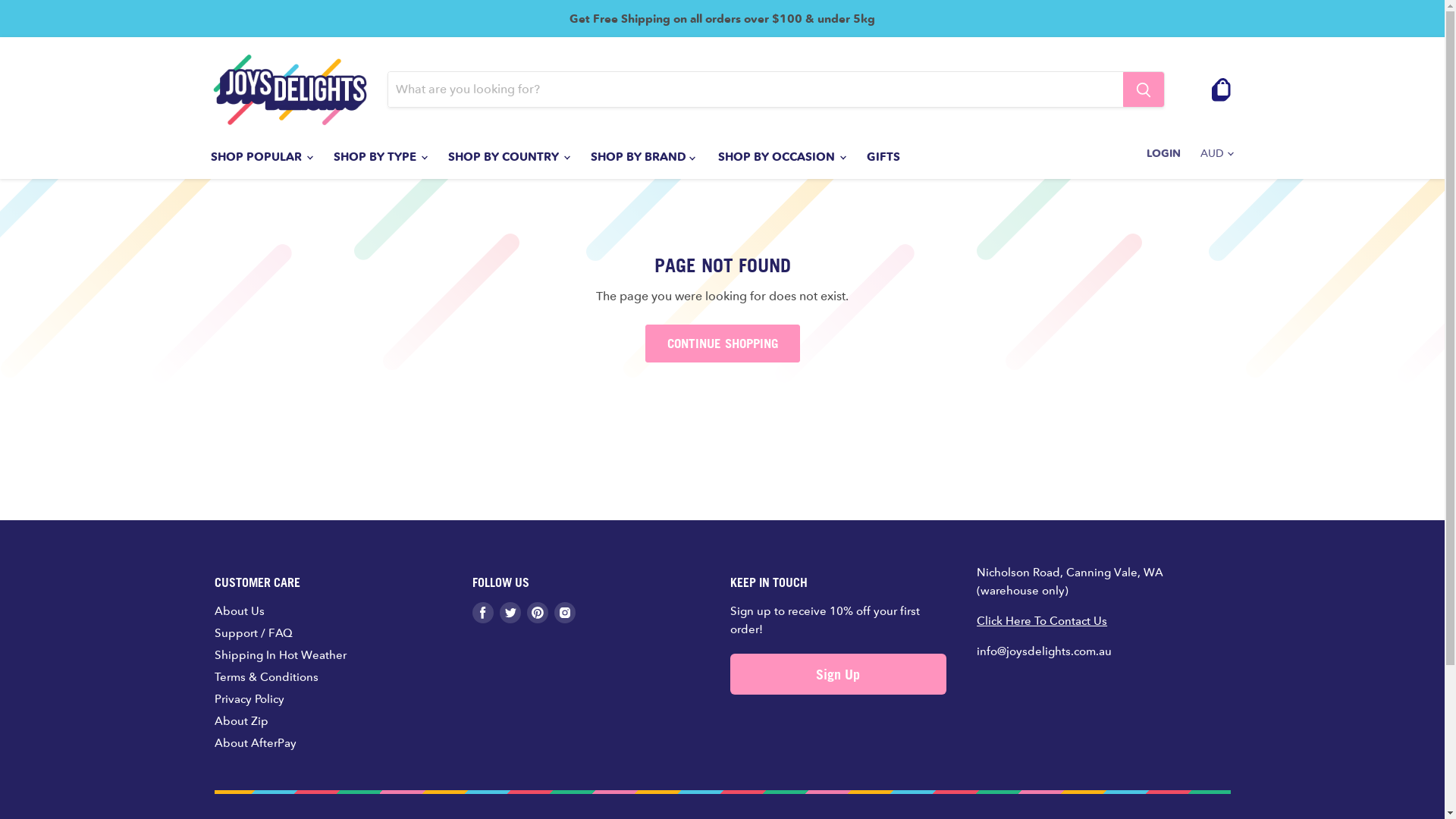 The width and height of the screenshot is (1456, 819). I want to click on 'About Us', so click(238, 610).